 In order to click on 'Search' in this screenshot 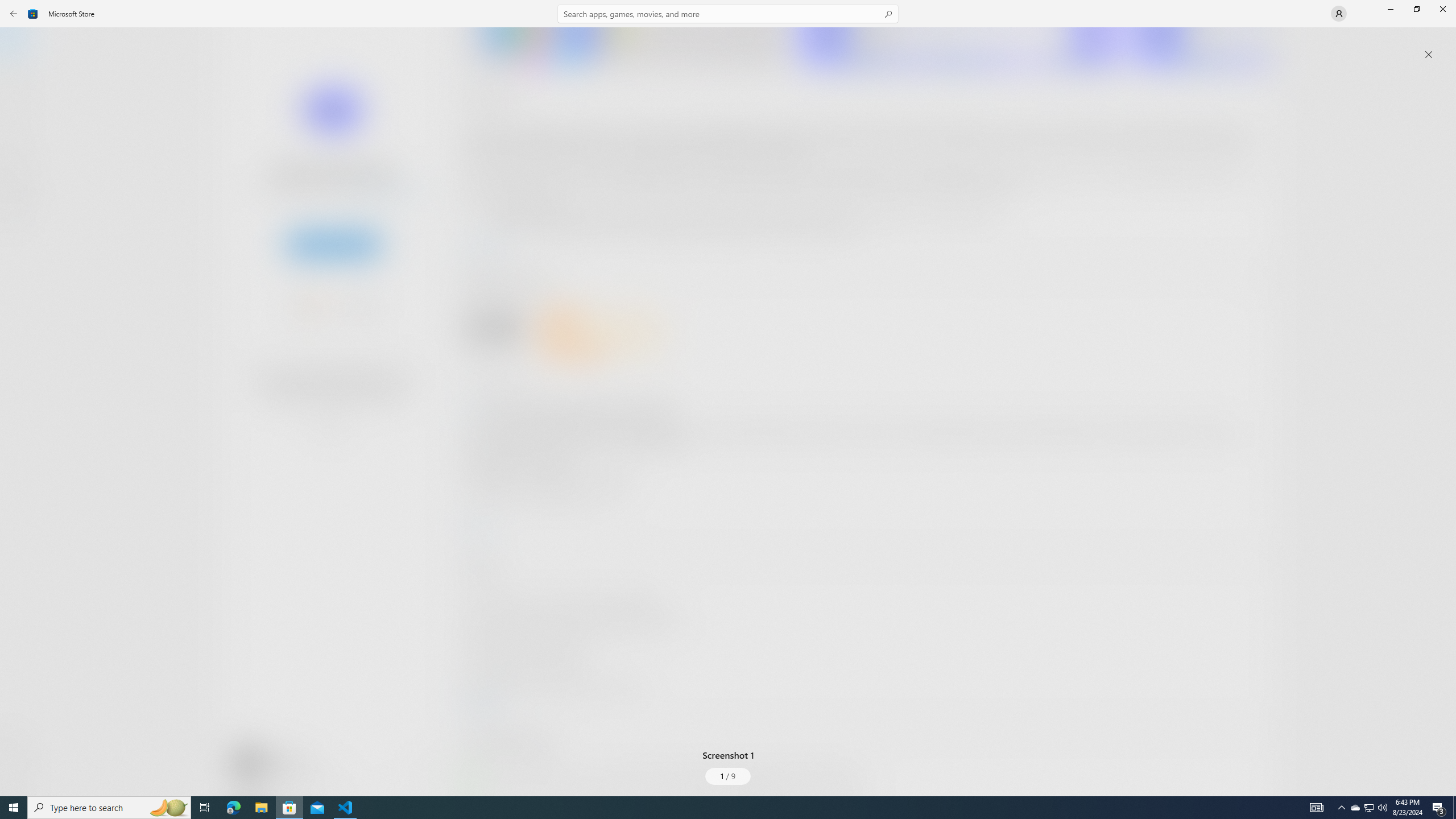, I will do `click(728, 13)`.